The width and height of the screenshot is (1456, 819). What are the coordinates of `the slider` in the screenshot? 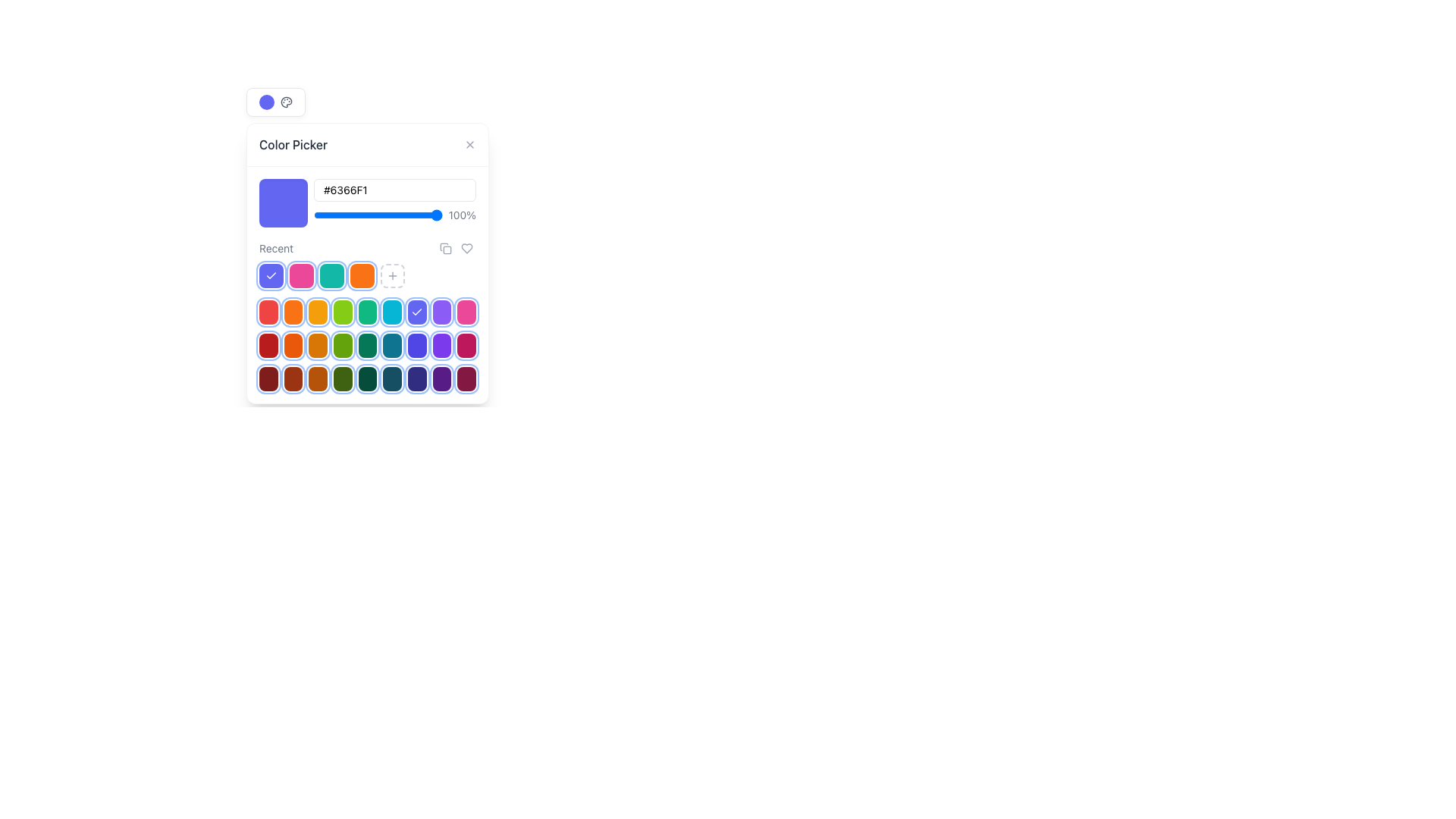 It's located at (362, 215).